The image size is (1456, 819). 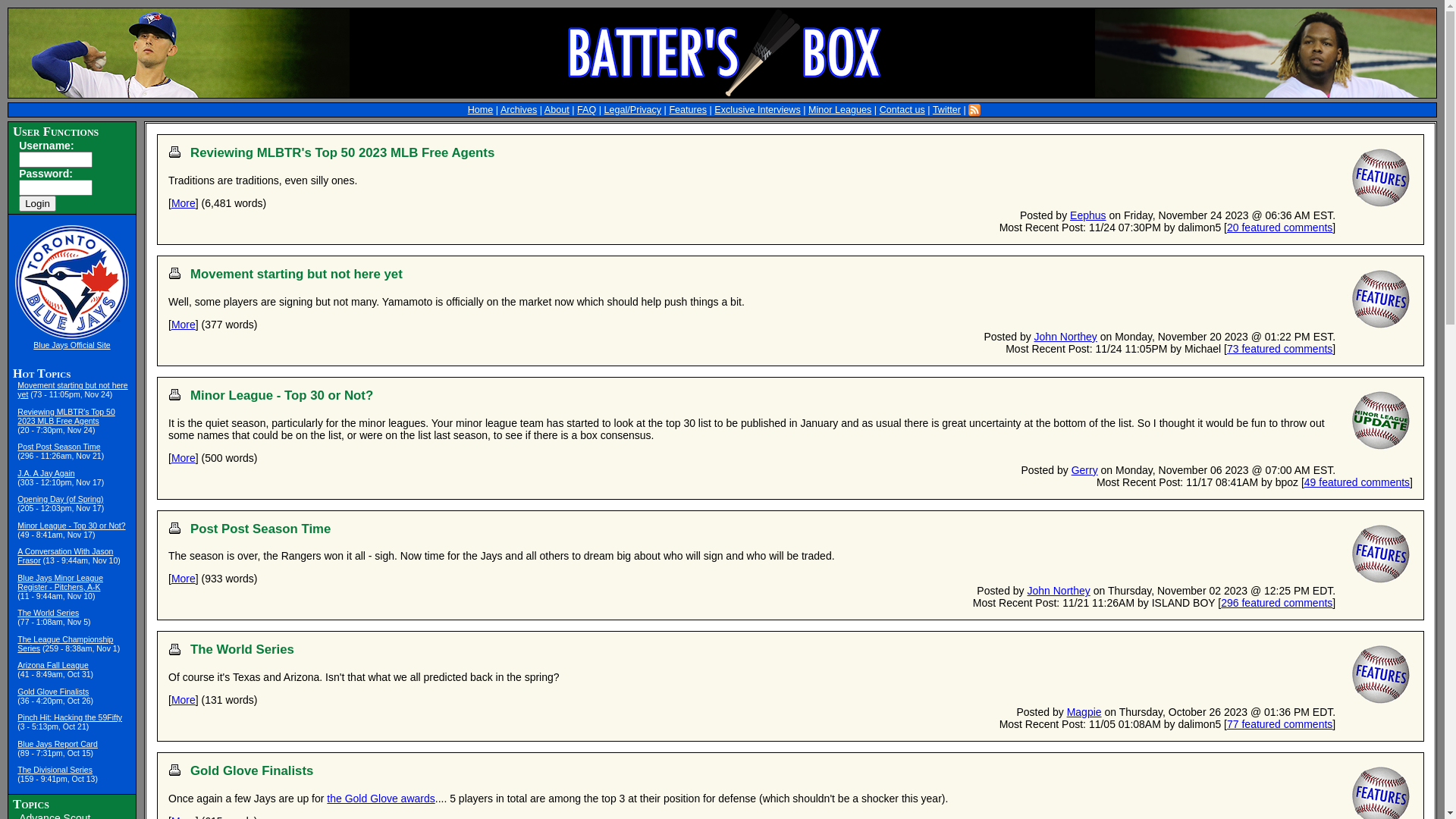 What do you see at coordinates (174, 152) in the screenshot?
I see `'Printable Story Format'` at bounding box center [174, 152].